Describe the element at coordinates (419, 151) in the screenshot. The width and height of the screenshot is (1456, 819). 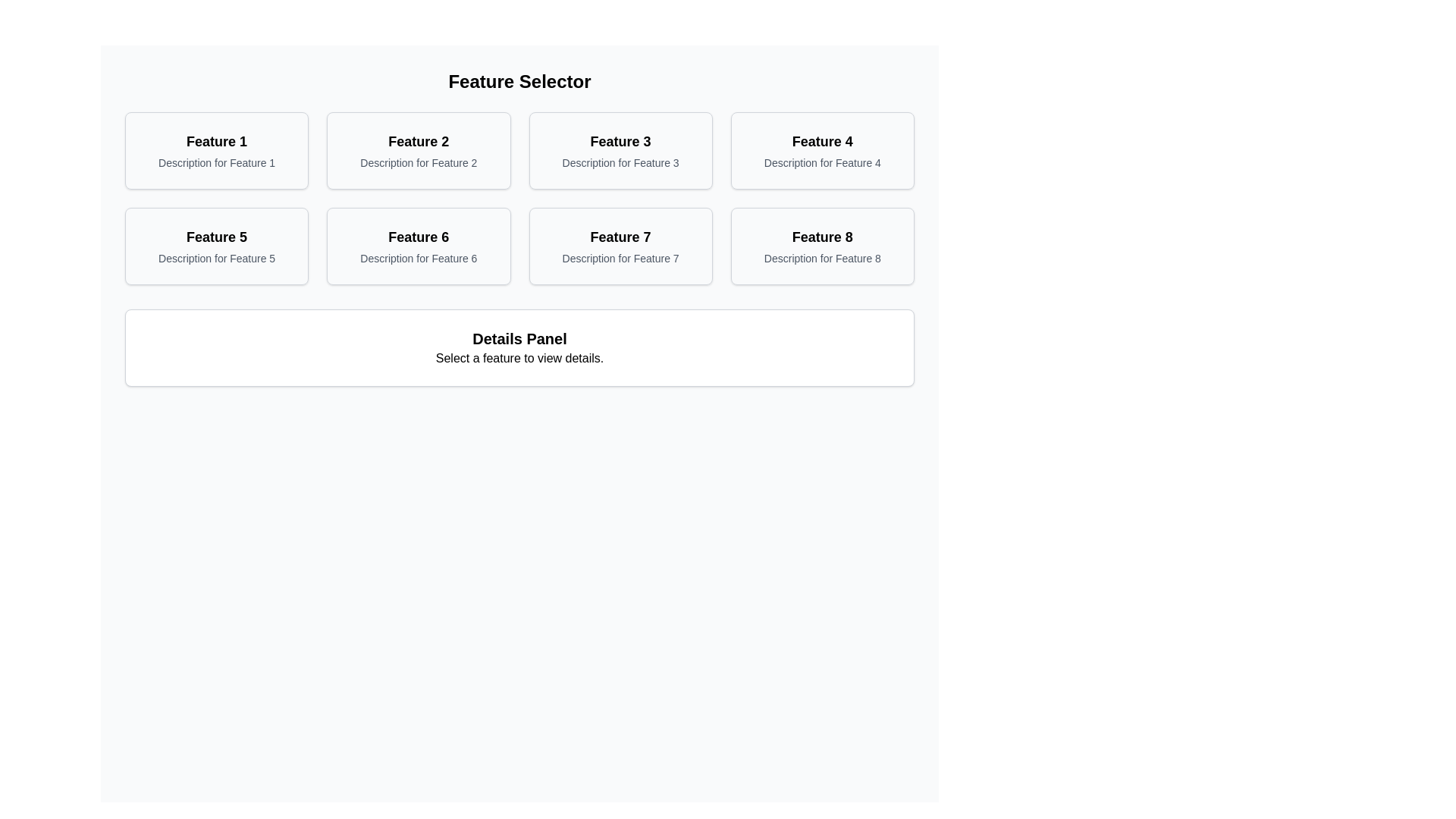
I see `text from the Feature Card labeled 'Feature 2', which is the second card in the first row of the grid` at that location.